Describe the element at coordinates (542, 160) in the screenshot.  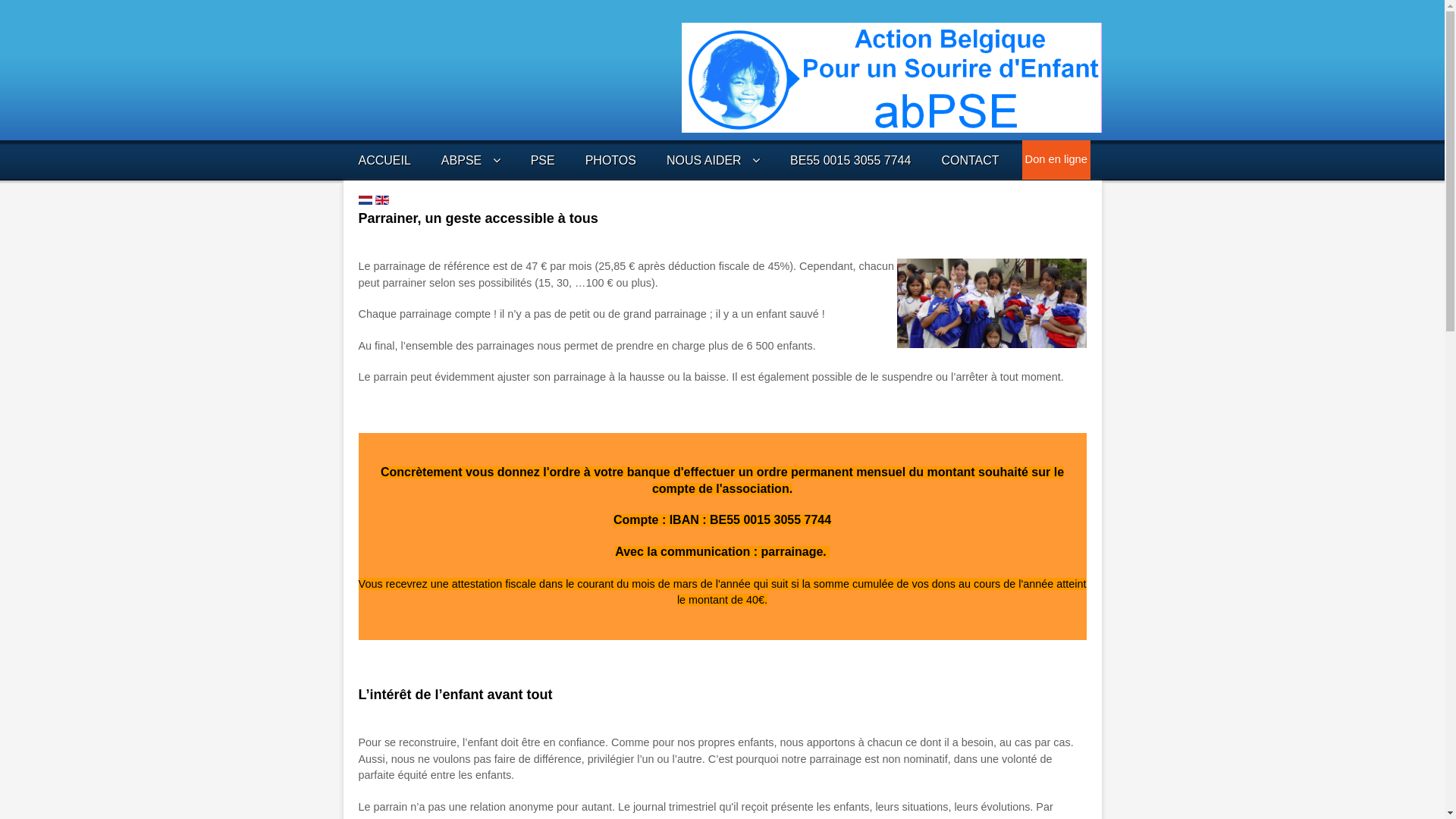
I see `'PSE'` at that location.